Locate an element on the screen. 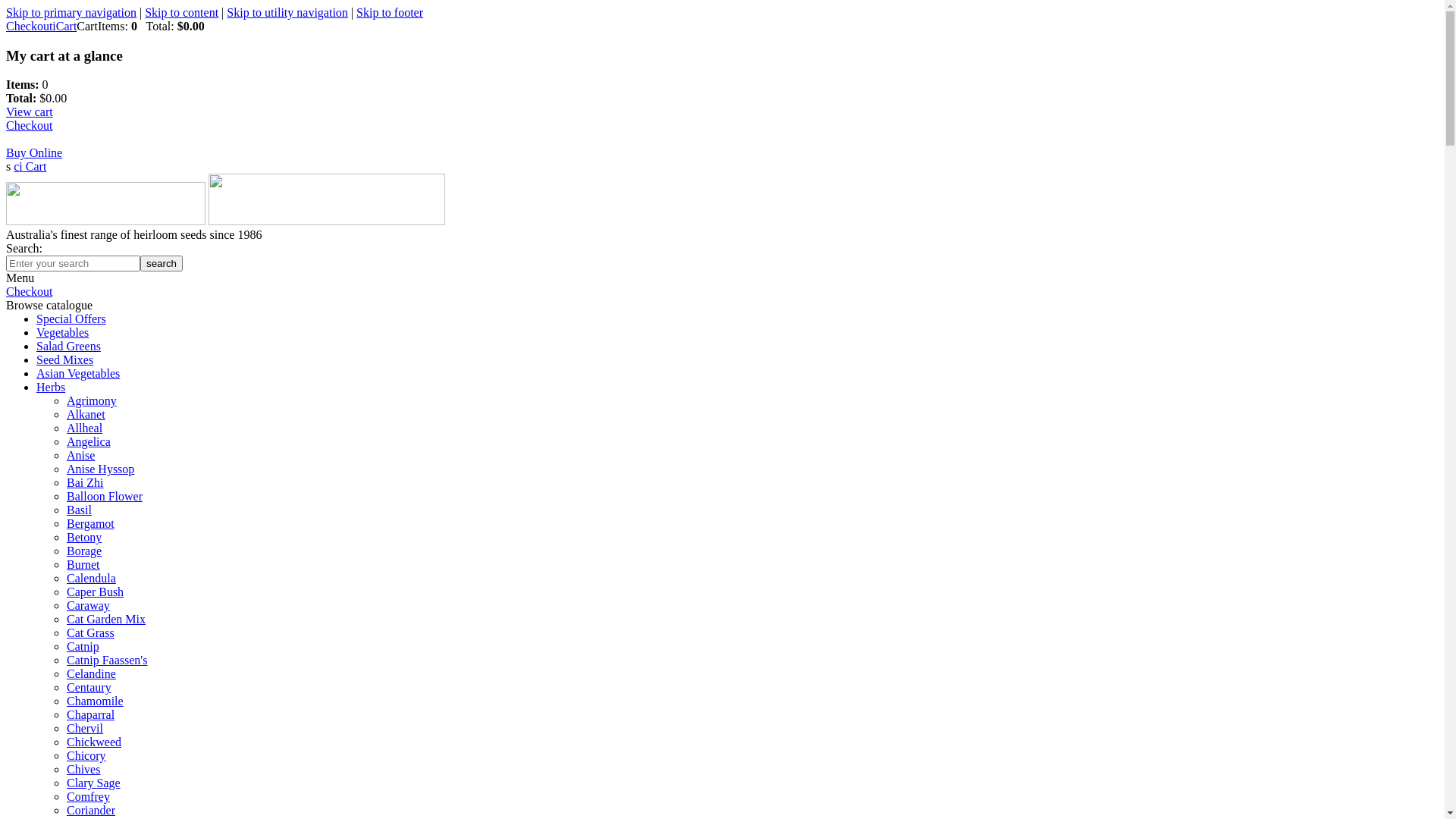  'Vegetables' is located at coordinates (61, 331).